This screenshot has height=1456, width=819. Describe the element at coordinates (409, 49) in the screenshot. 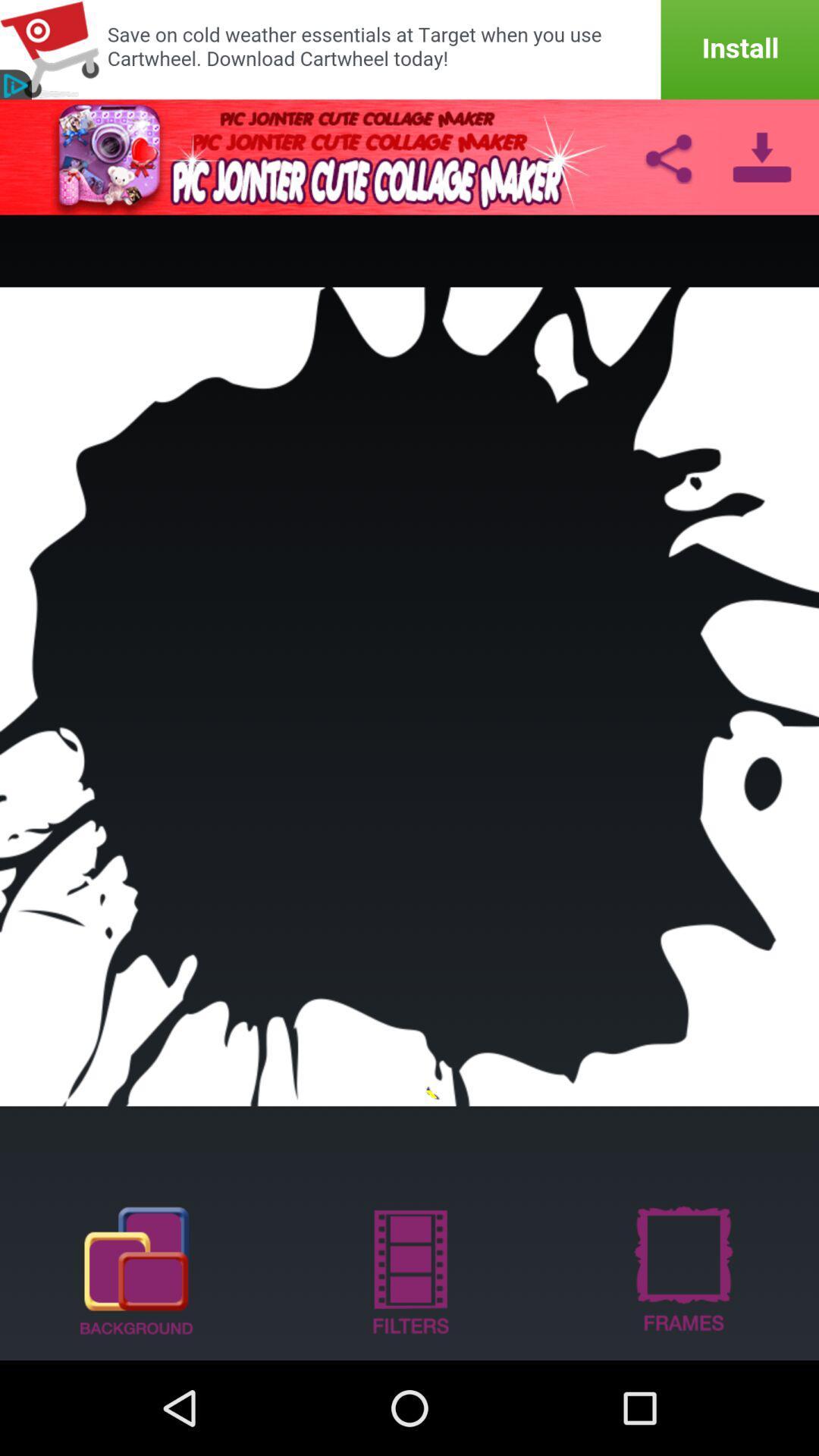

I see `advertisement` at that location.